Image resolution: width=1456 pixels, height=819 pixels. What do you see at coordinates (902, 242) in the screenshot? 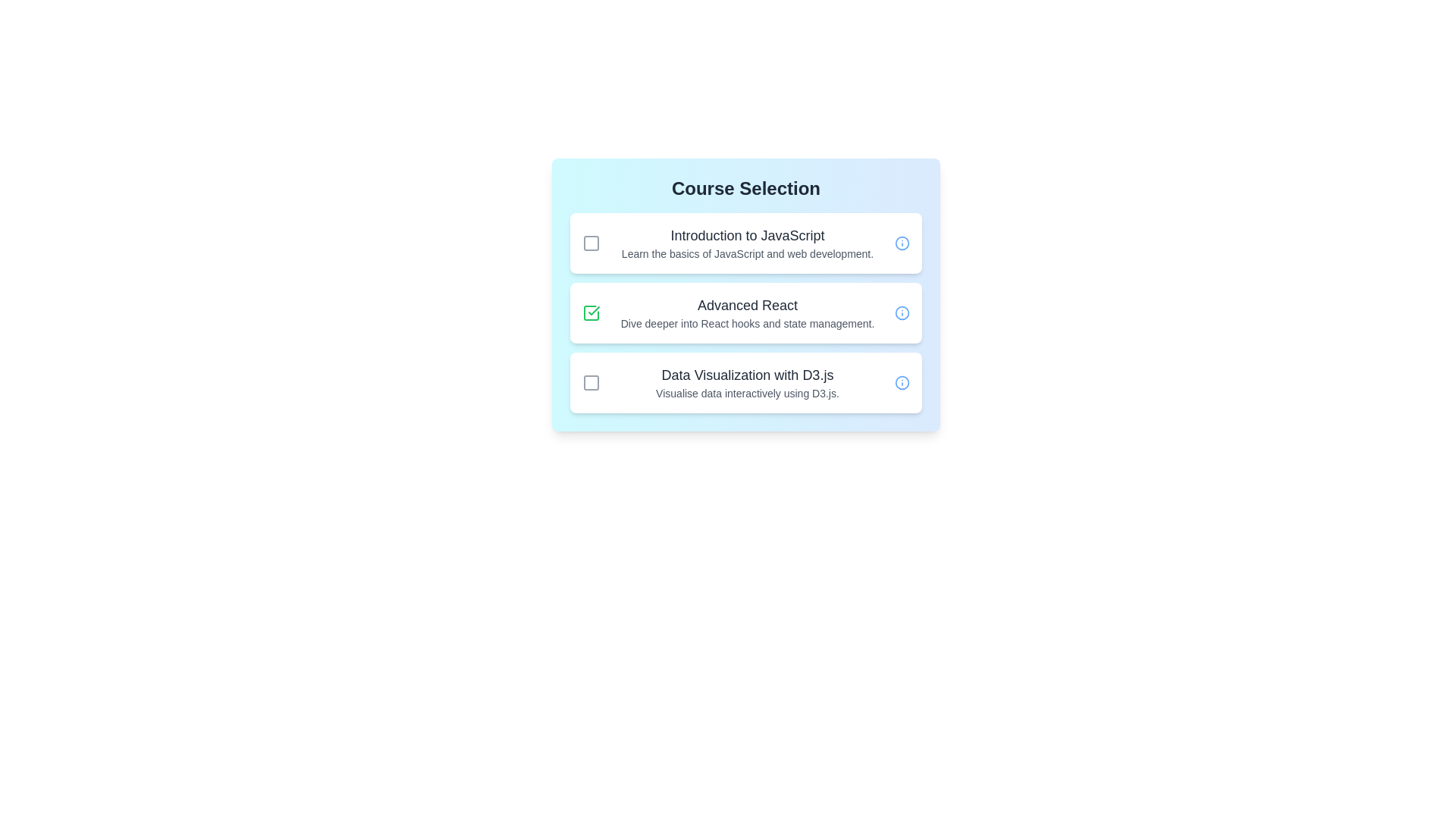
I see `the 'Info' icon next to the course titled 'Introduction to JavaScript' to view its information` at bounding box center [902, 242].